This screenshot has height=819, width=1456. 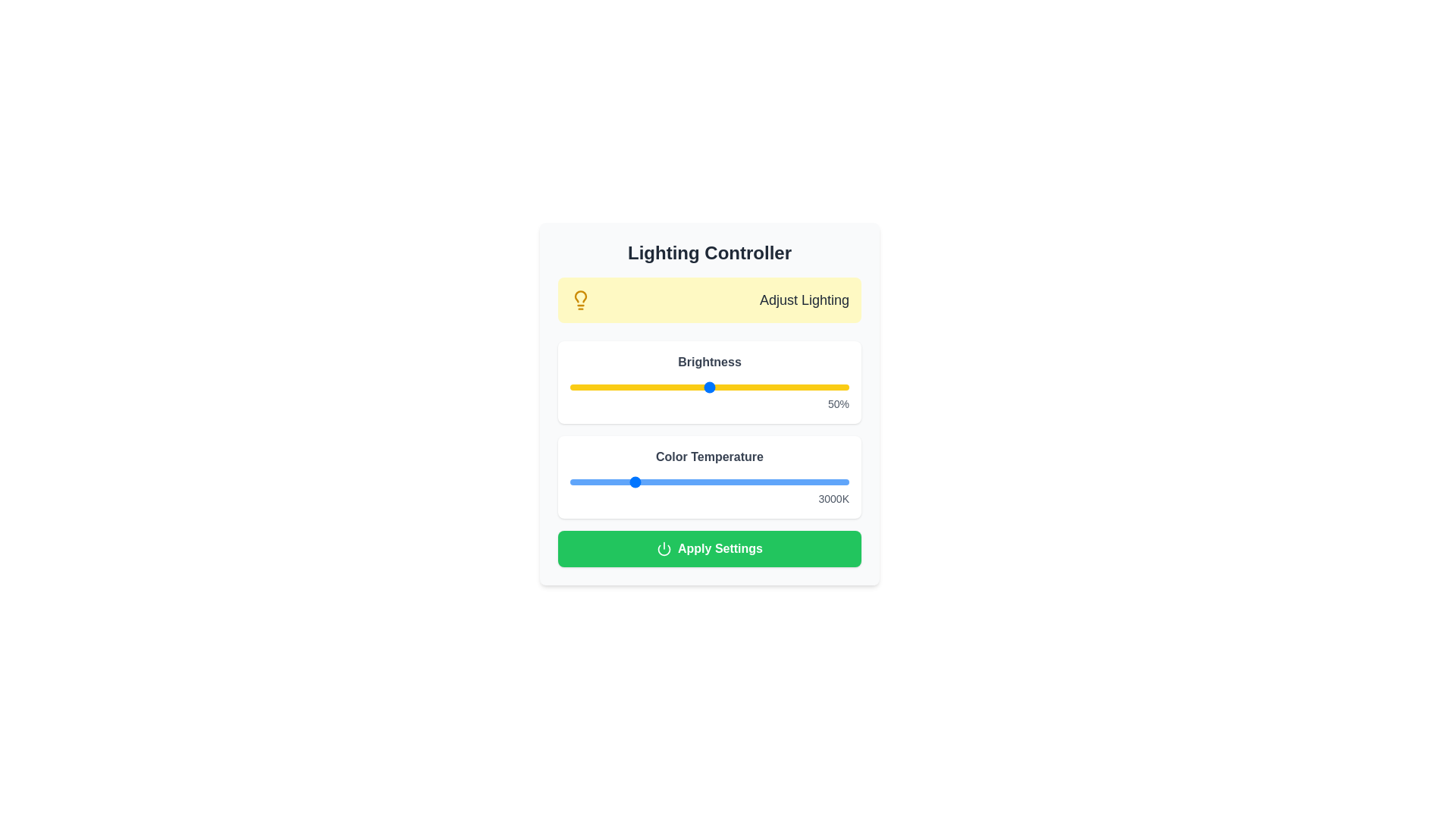 I want to click on the color temperature slider to 5547 K, so click(x=710, y=482).